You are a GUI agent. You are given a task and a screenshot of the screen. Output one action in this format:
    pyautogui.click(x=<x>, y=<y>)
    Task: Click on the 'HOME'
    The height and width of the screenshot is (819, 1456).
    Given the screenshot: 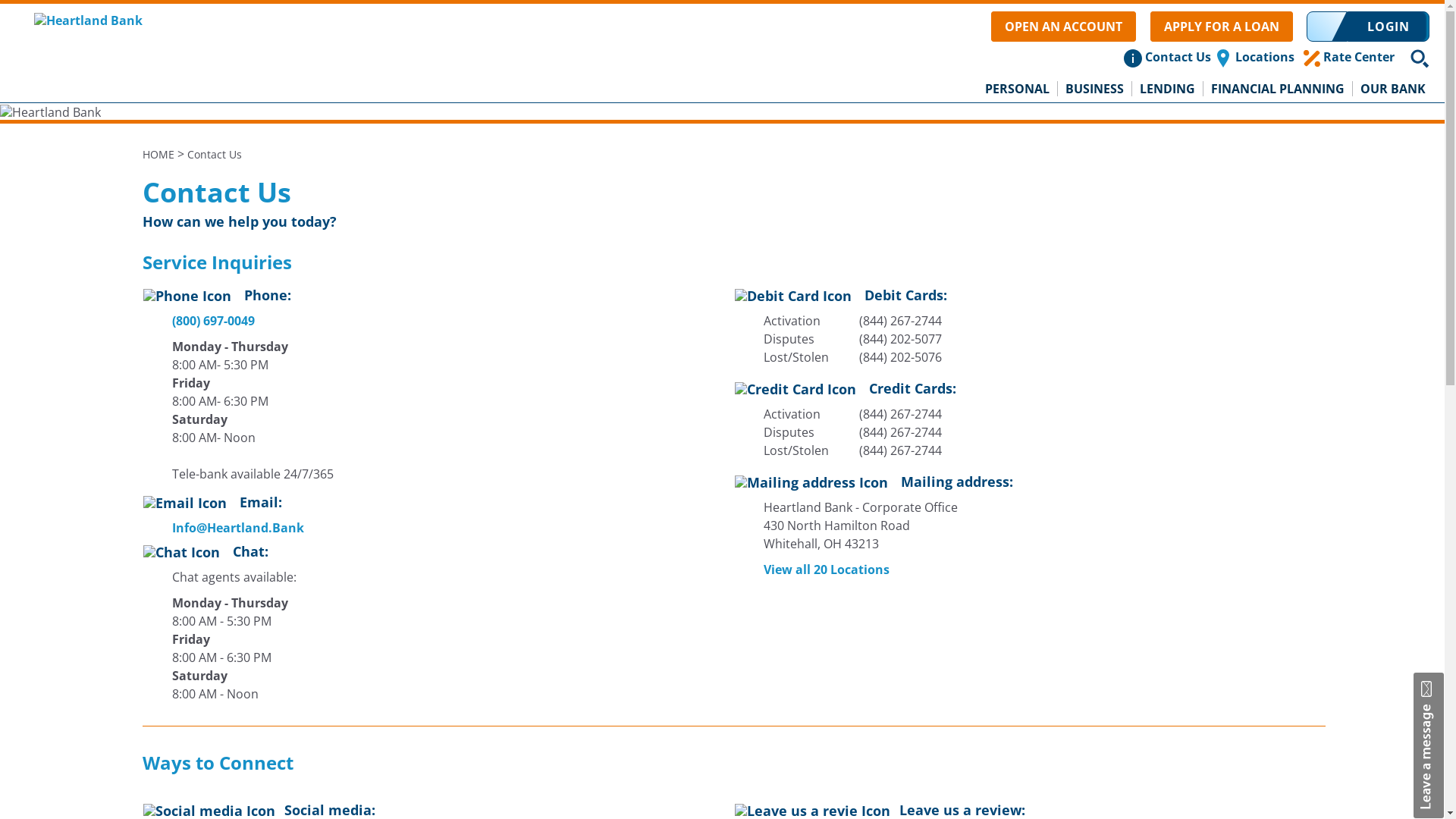 What is the action you would take?
    pyautogui.click(x=158, y=154)
    